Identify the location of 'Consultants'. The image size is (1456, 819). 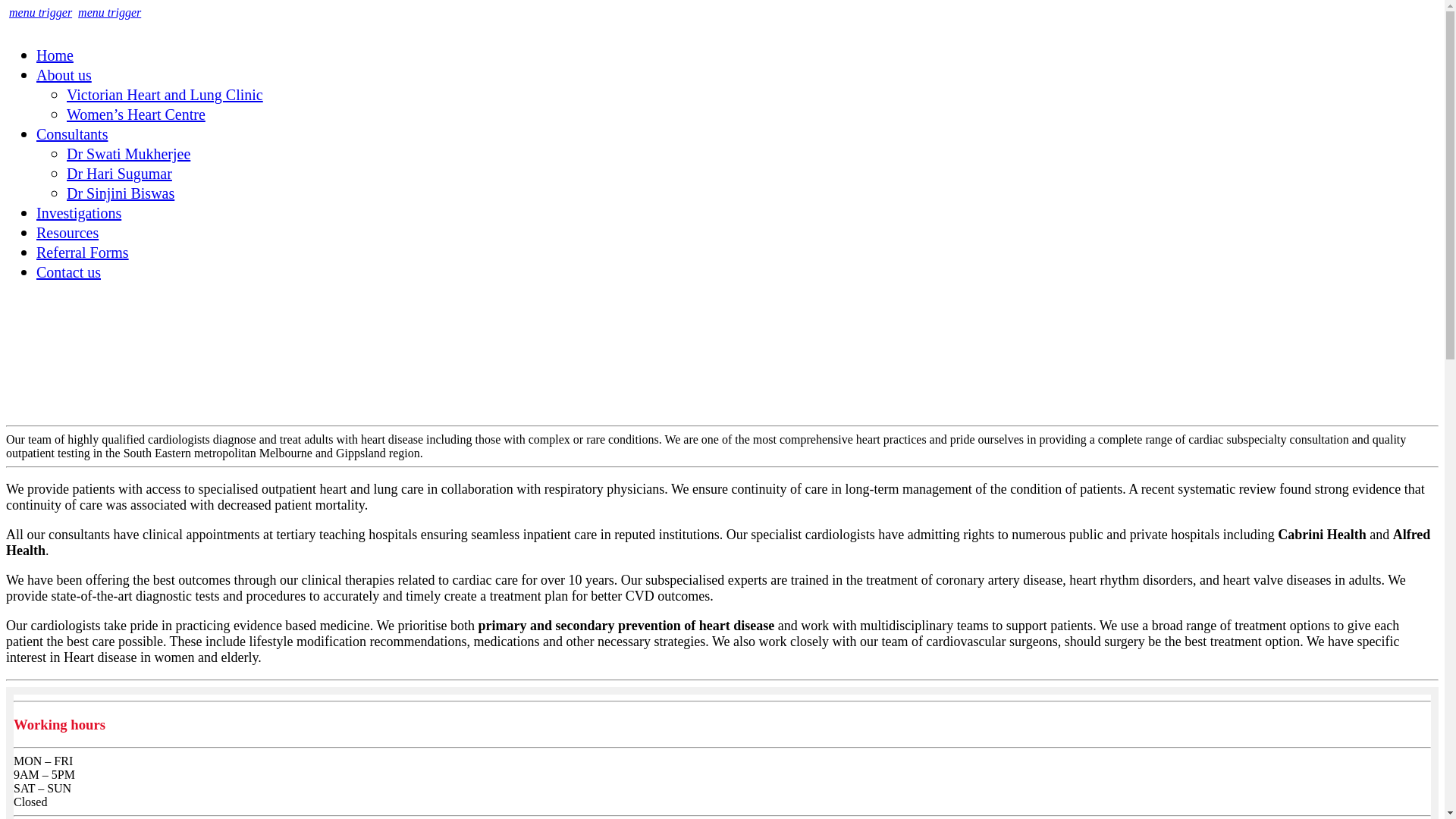
(71, 133).